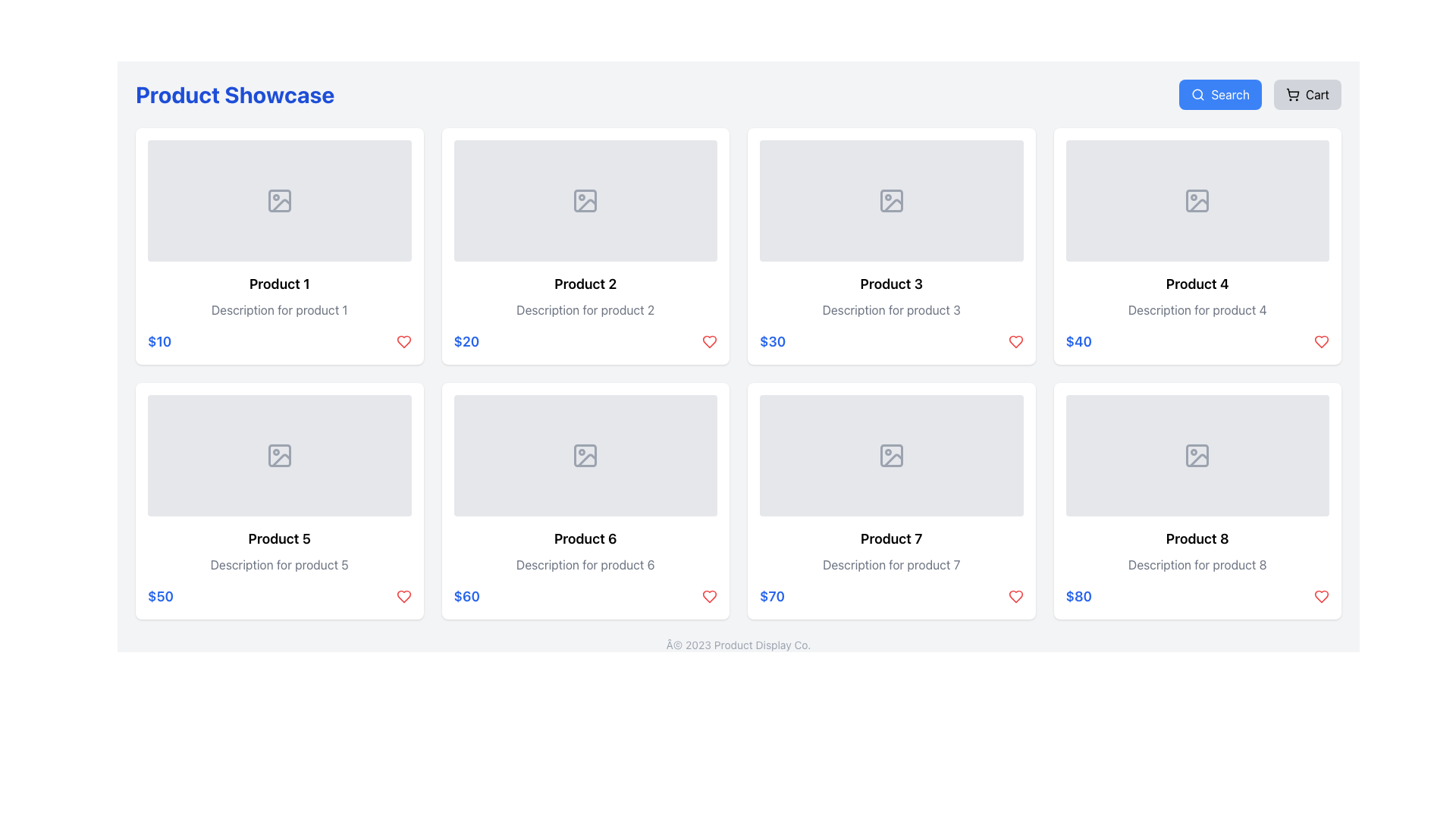 This screenshot has height=819, width=1456. What do you see at coordinates (585, 200) in the screenshot?
I see `the image placeholder icon in the second card labeled 'Product 2' within the product showcase interface` at bounding box center [585, 200].